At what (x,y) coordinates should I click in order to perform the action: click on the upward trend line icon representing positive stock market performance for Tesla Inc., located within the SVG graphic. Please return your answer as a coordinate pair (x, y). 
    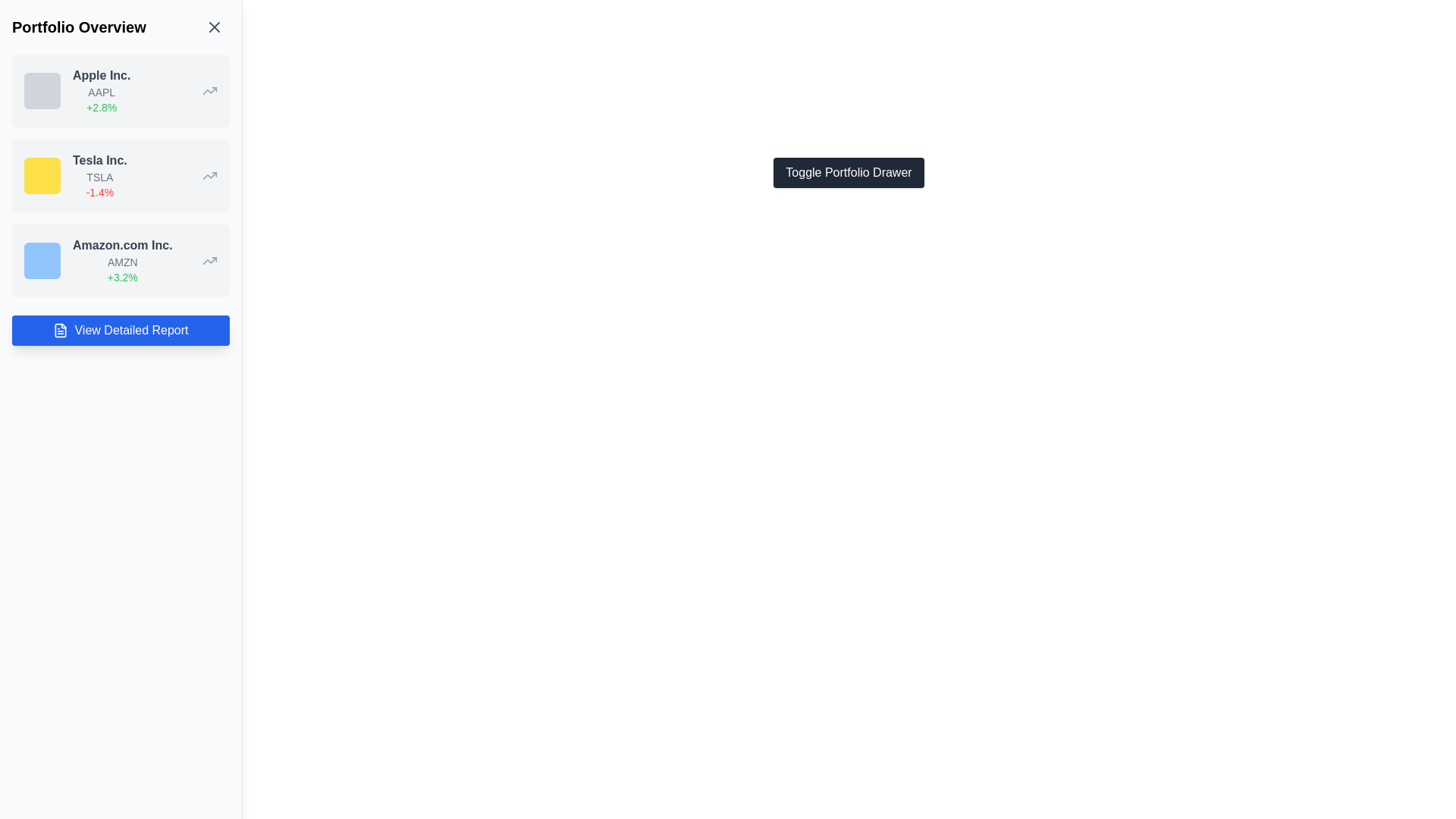
    Looking at the image, I should click on (209, 174).